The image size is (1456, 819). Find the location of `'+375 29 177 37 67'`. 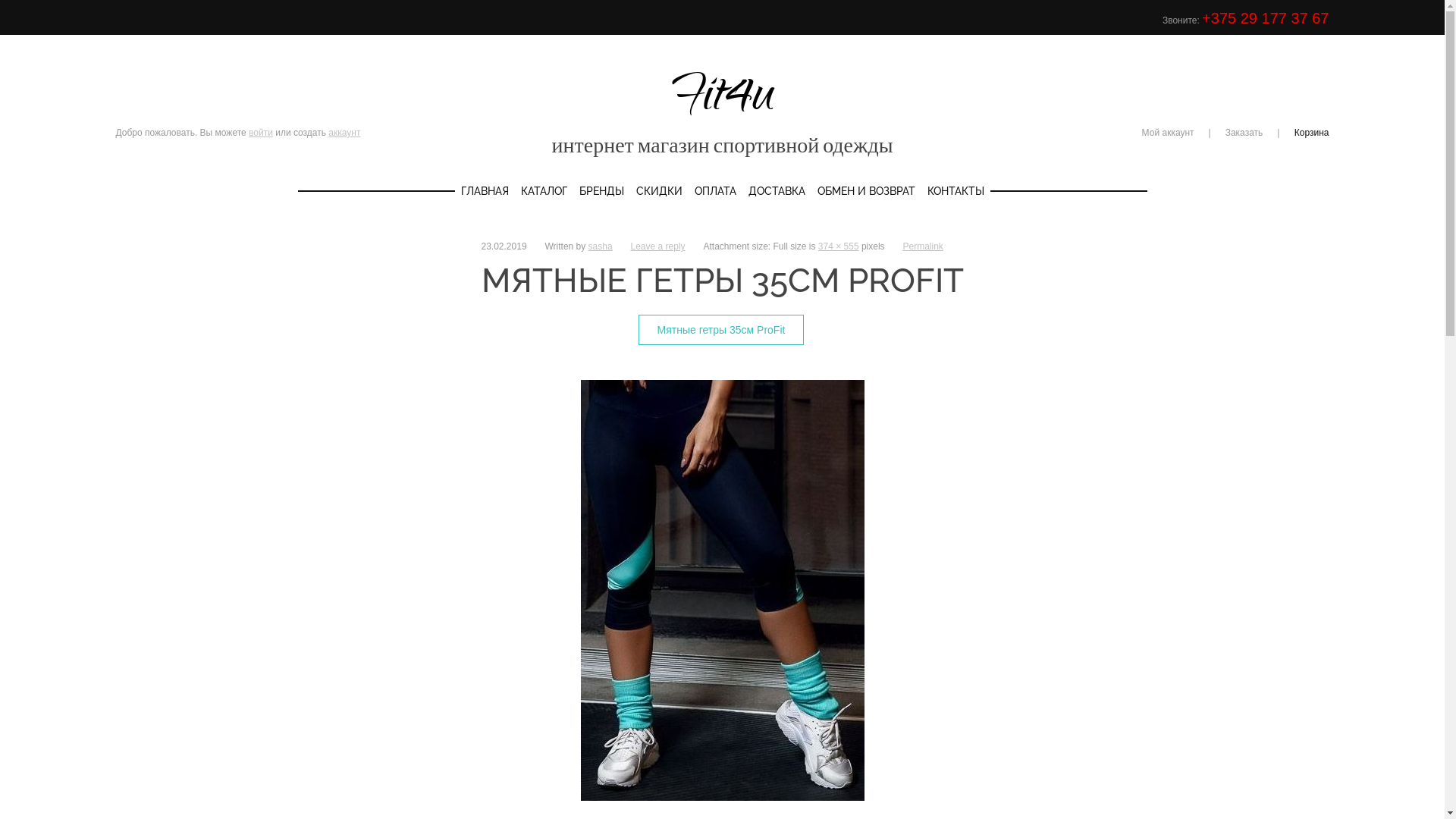

'+375 29 177 37 67' is located at coordinates (1265, 17).